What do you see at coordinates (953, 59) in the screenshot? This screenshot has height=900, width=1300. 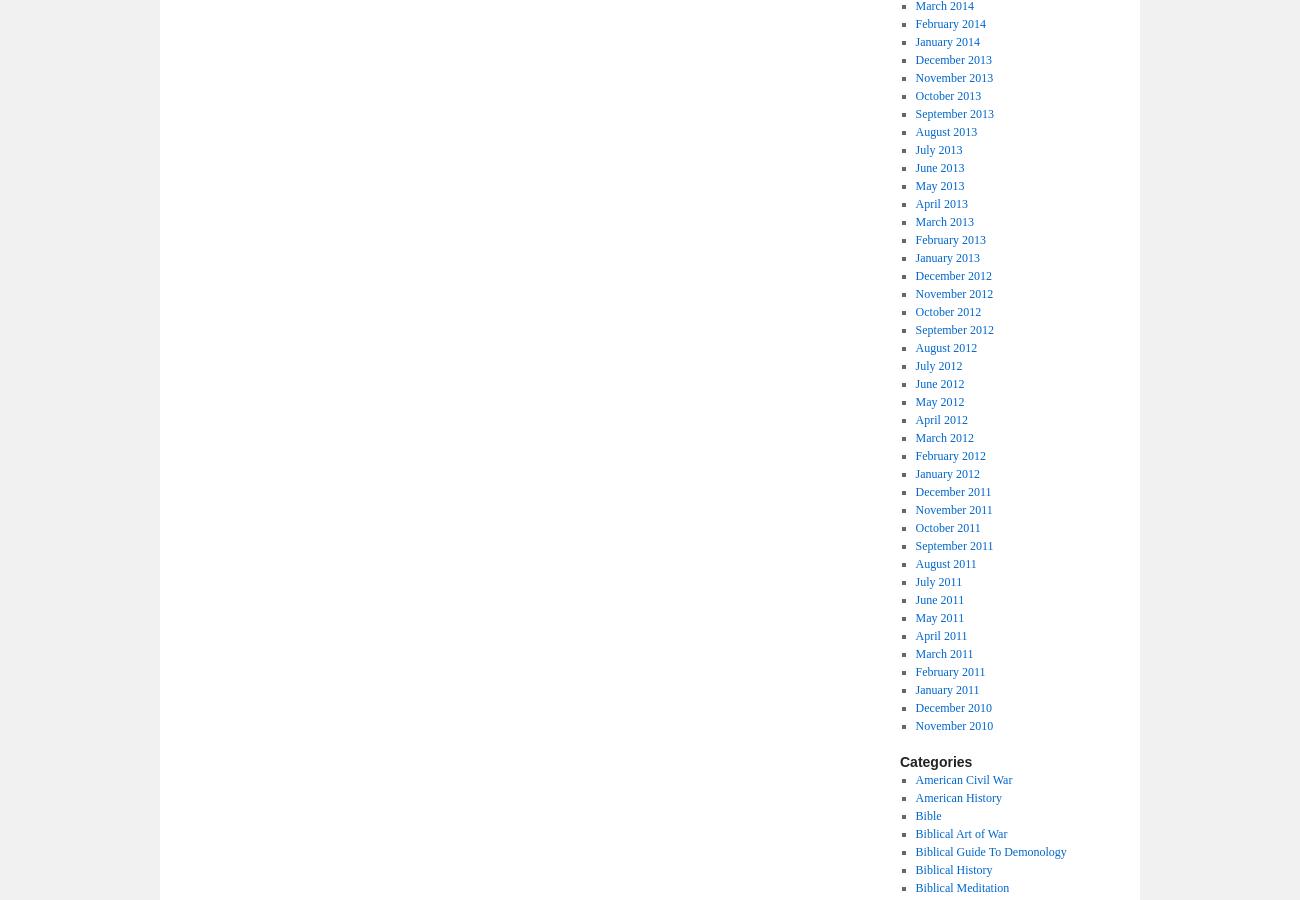 I see `'December 2013'` at bounding box center [953, 59].